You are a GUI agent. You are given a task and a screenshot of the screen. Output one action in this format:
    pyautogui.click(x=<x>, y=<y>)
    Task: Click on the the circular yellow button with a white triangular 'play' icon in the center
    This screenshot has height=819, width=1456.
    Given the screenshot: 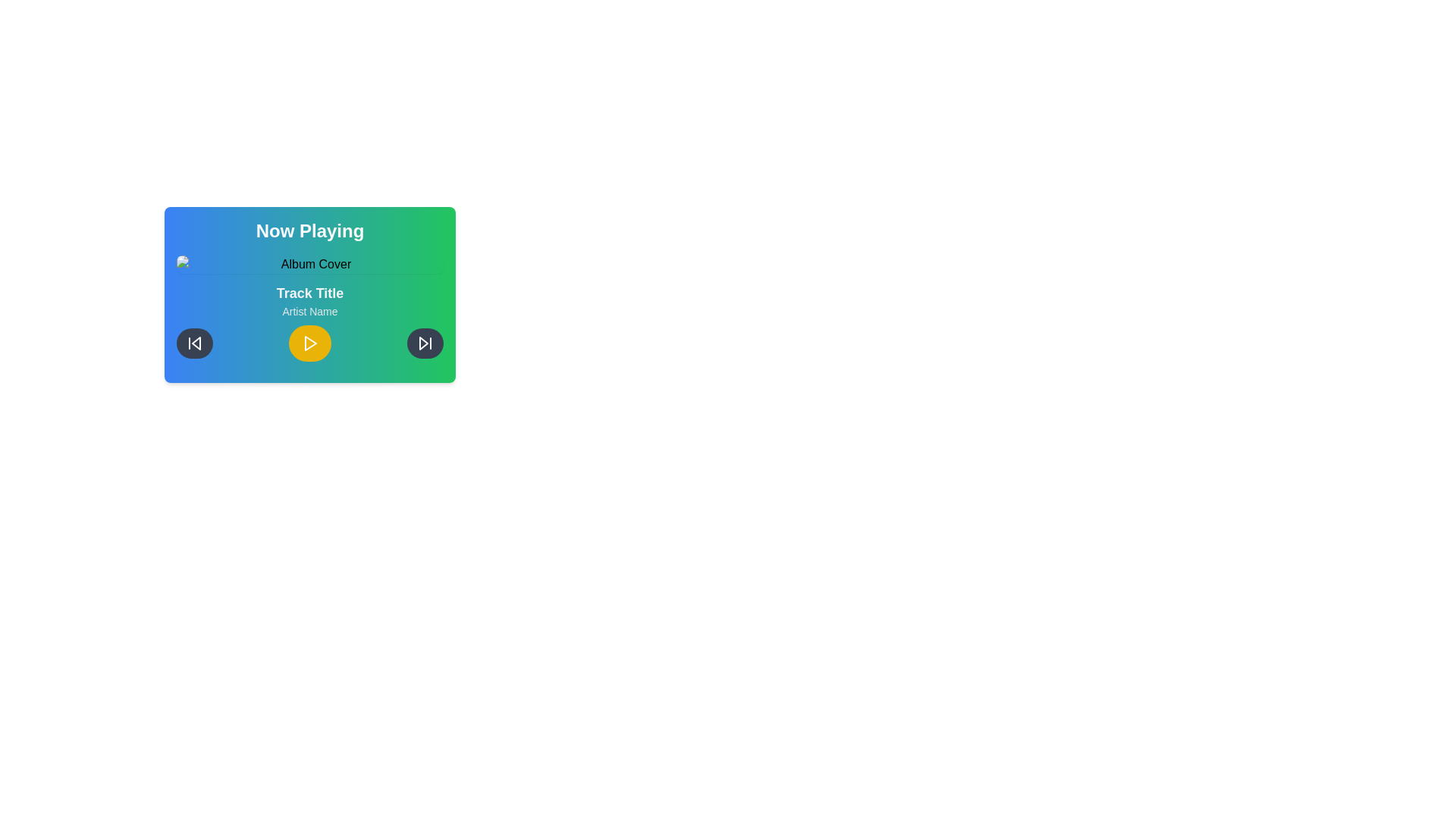 What is the action you would take?
    pyautogui.click(x=309, y=343)
    